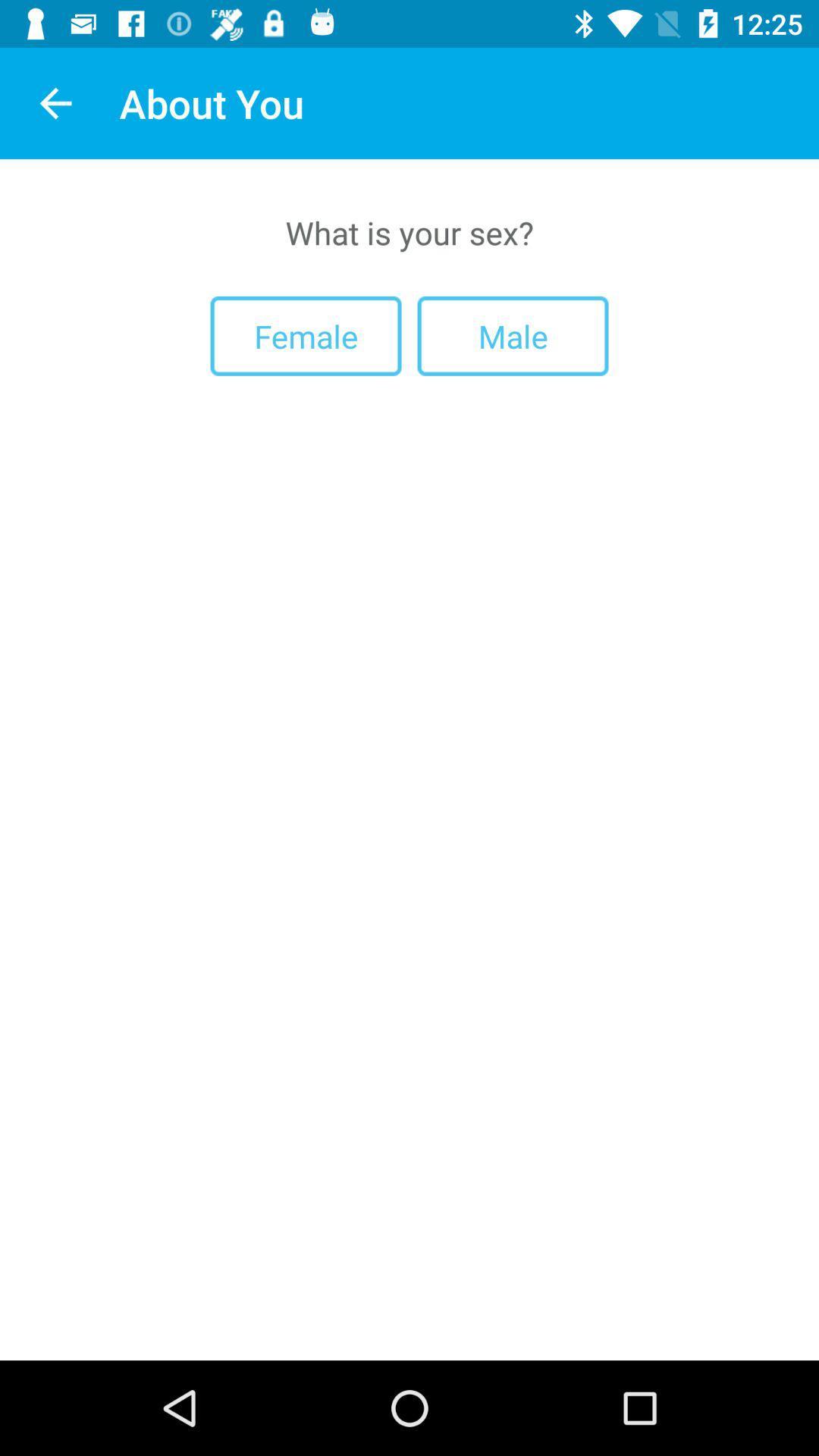 This screenshot has height=1456, width=819. I want to click on the icon next to the about you, so click(55, 102).